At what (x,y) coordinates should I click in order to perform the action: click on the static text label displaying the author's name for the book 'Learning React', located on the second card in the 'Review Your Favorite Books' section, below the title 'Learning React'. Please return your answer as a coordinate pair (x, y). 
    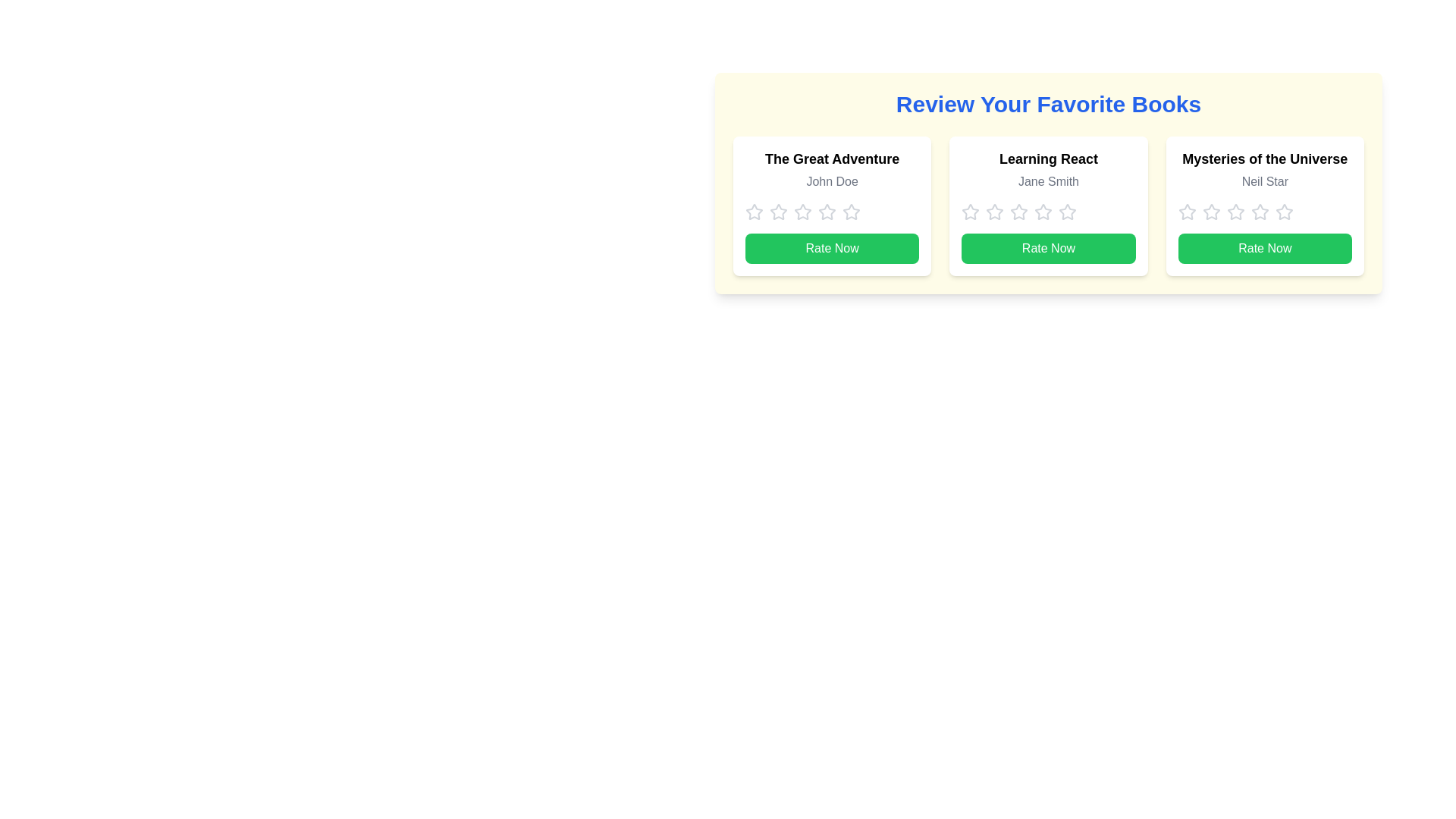
    Looking at the image, I should click on (1047, 180).